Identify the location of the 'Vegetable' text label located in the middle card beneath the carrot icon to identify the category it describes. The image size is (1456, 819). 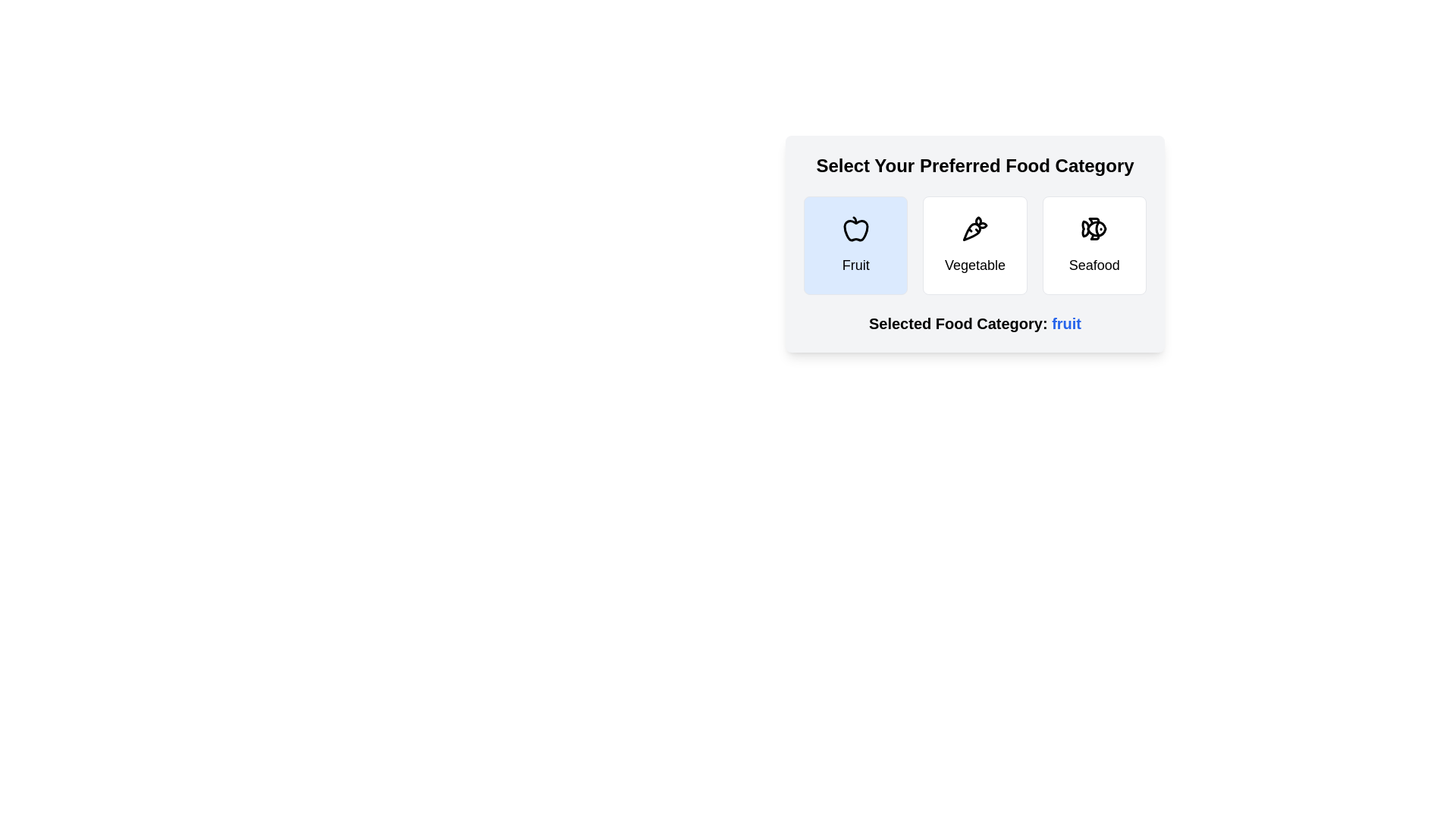
(975, 265).